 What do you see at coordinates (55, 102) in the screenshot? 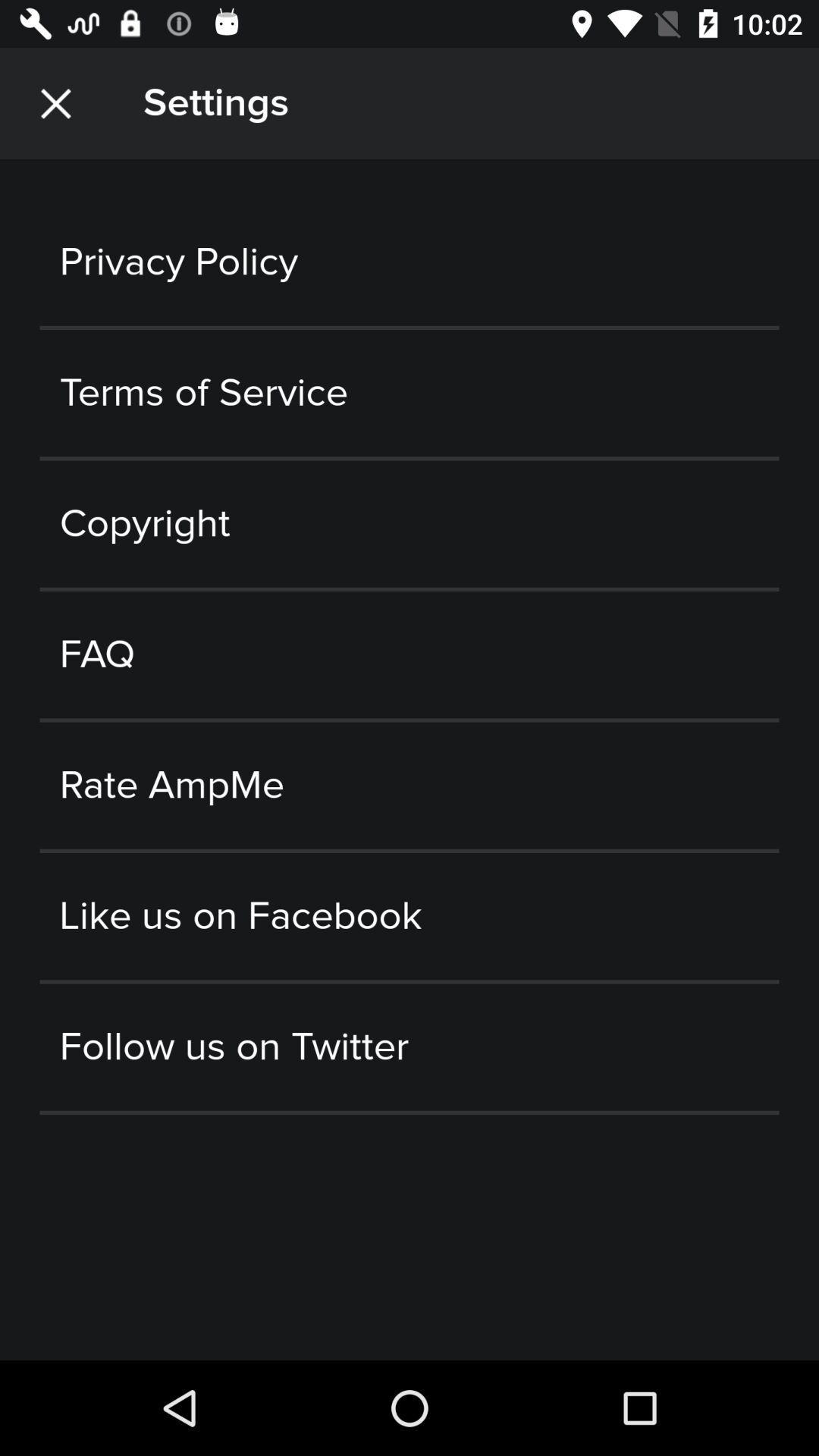
I see `the item to the left of the settings` at bounding box center [55, 102].